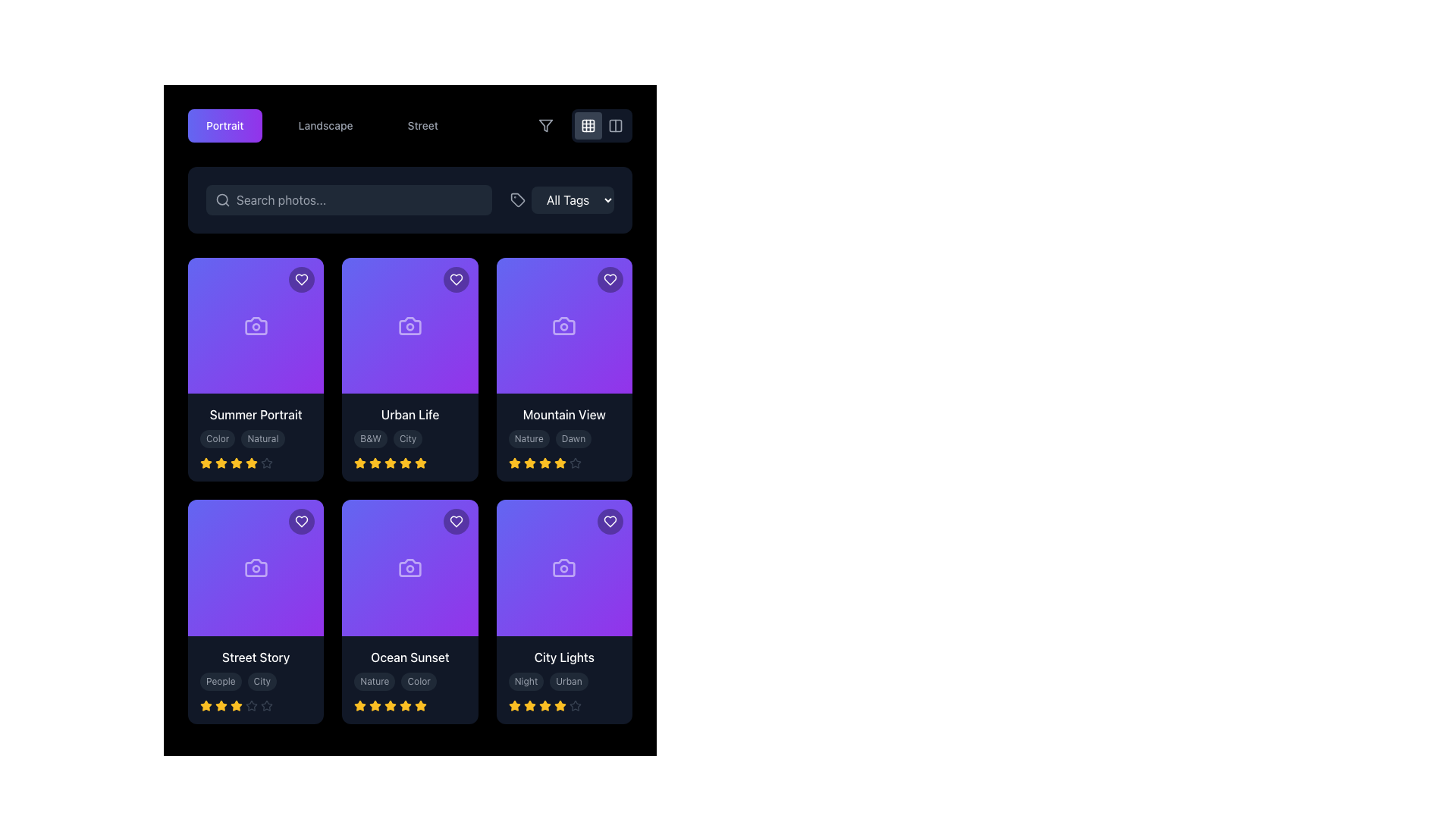  What do you see at coordinates (408, 439) in the screenshot?
I see `the static label element located in the middle card titled 'Urban Life', positioned as the second tag immediately following the 'B&W' tag` at bounding box center [408, 439].